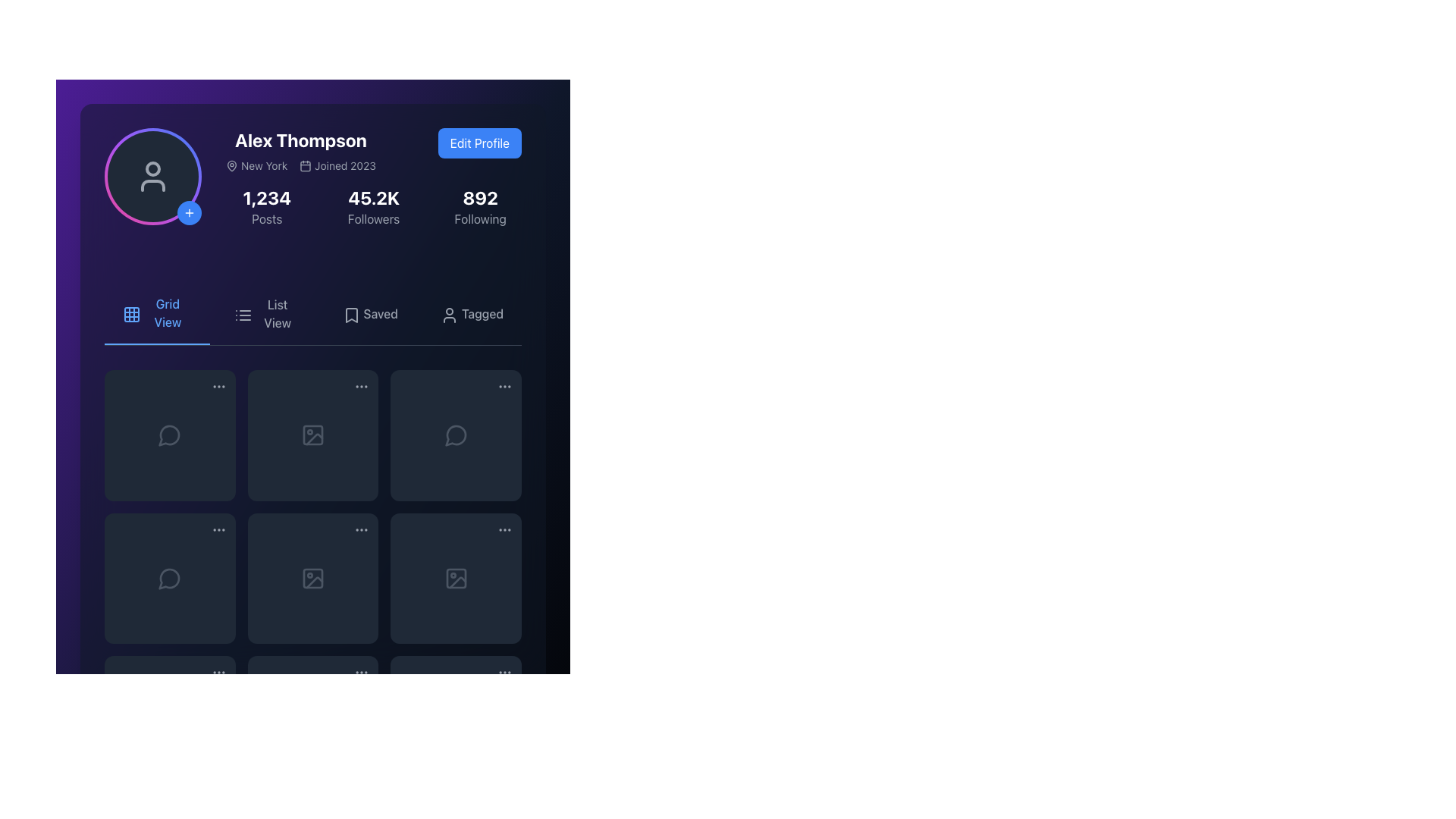  What do you see at coordinates (218, 385) in the screenshot?
I see `the gray triple-dot icon located in the upper-right corner of the top-left card in the grid view` at bounding box center [218, 385].